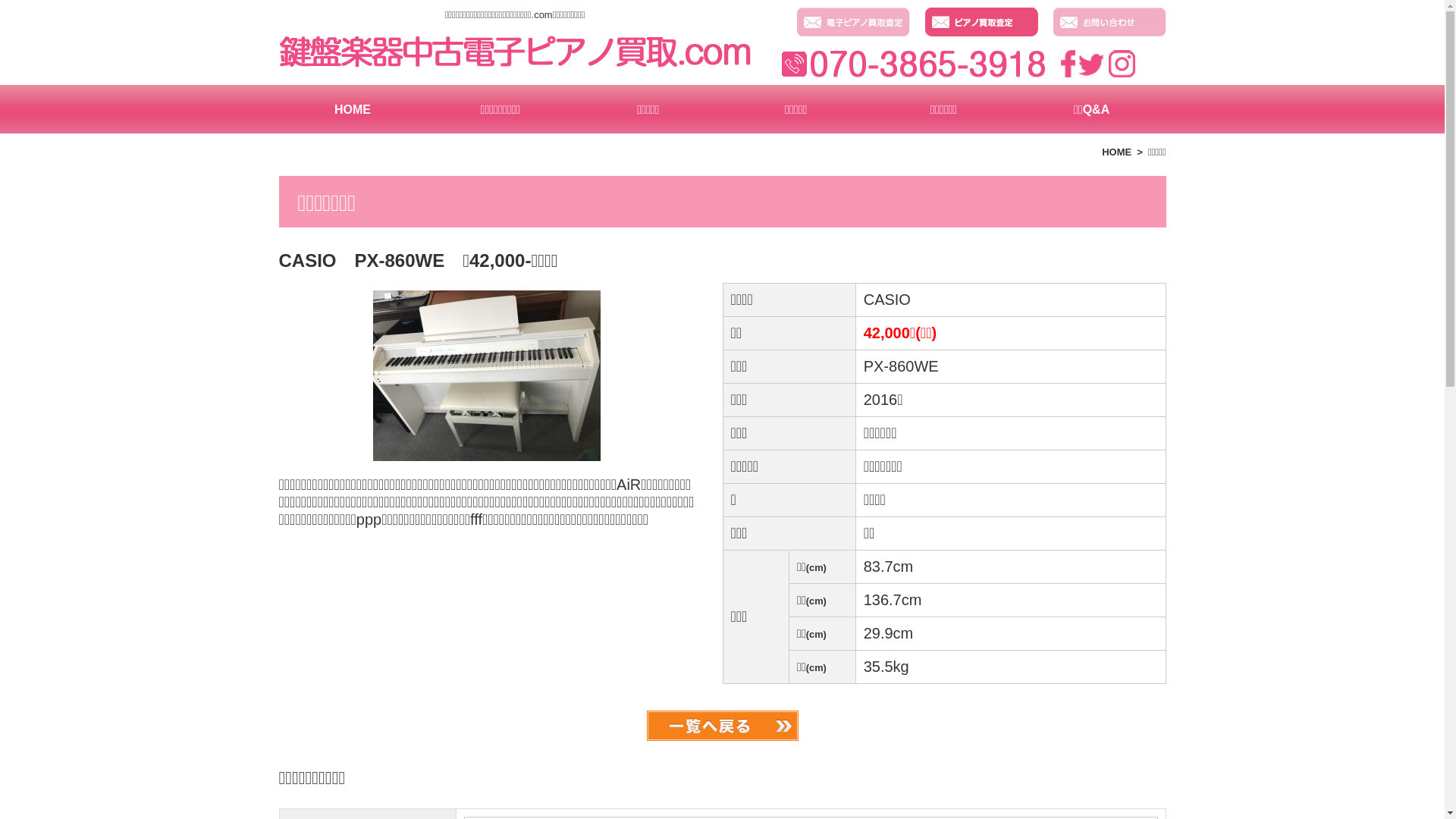 This screenshot has width=1456, height=819. I want to click on 'HOME', so click(1102, 152).